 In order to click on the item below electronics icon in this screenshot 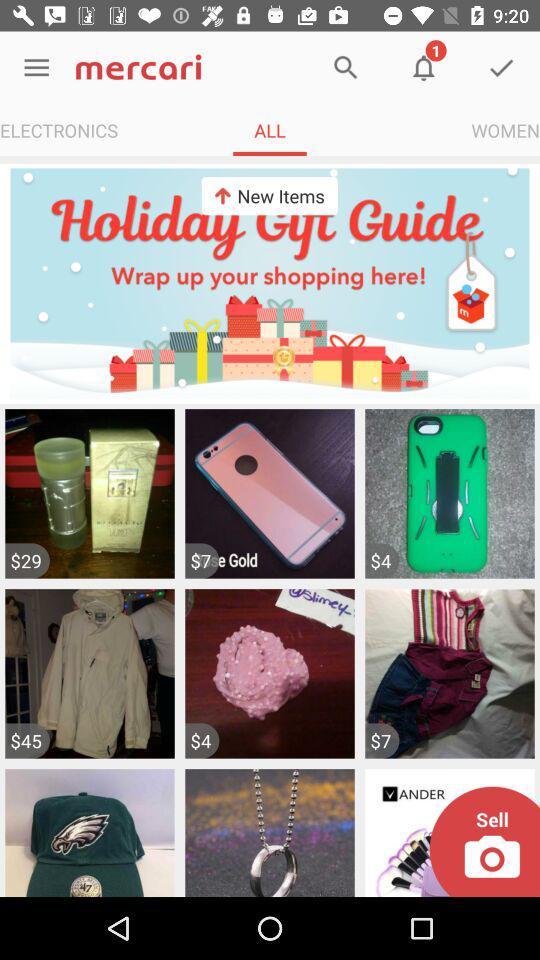, I will do `click(270, 282)`.